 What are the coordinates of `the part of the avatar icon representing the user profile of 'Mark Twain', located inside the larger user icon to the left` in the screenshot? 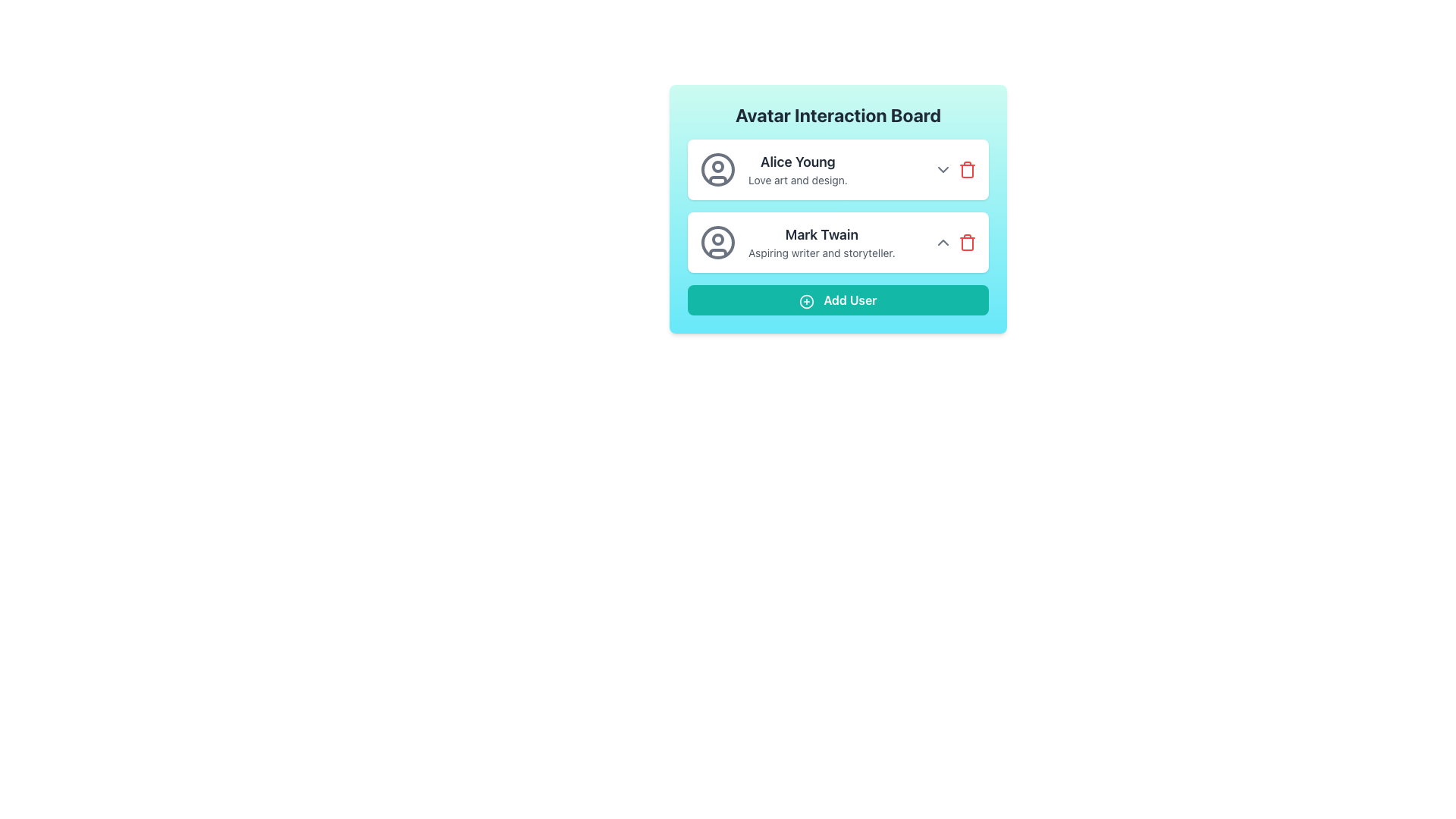 It's located at (717, 239).